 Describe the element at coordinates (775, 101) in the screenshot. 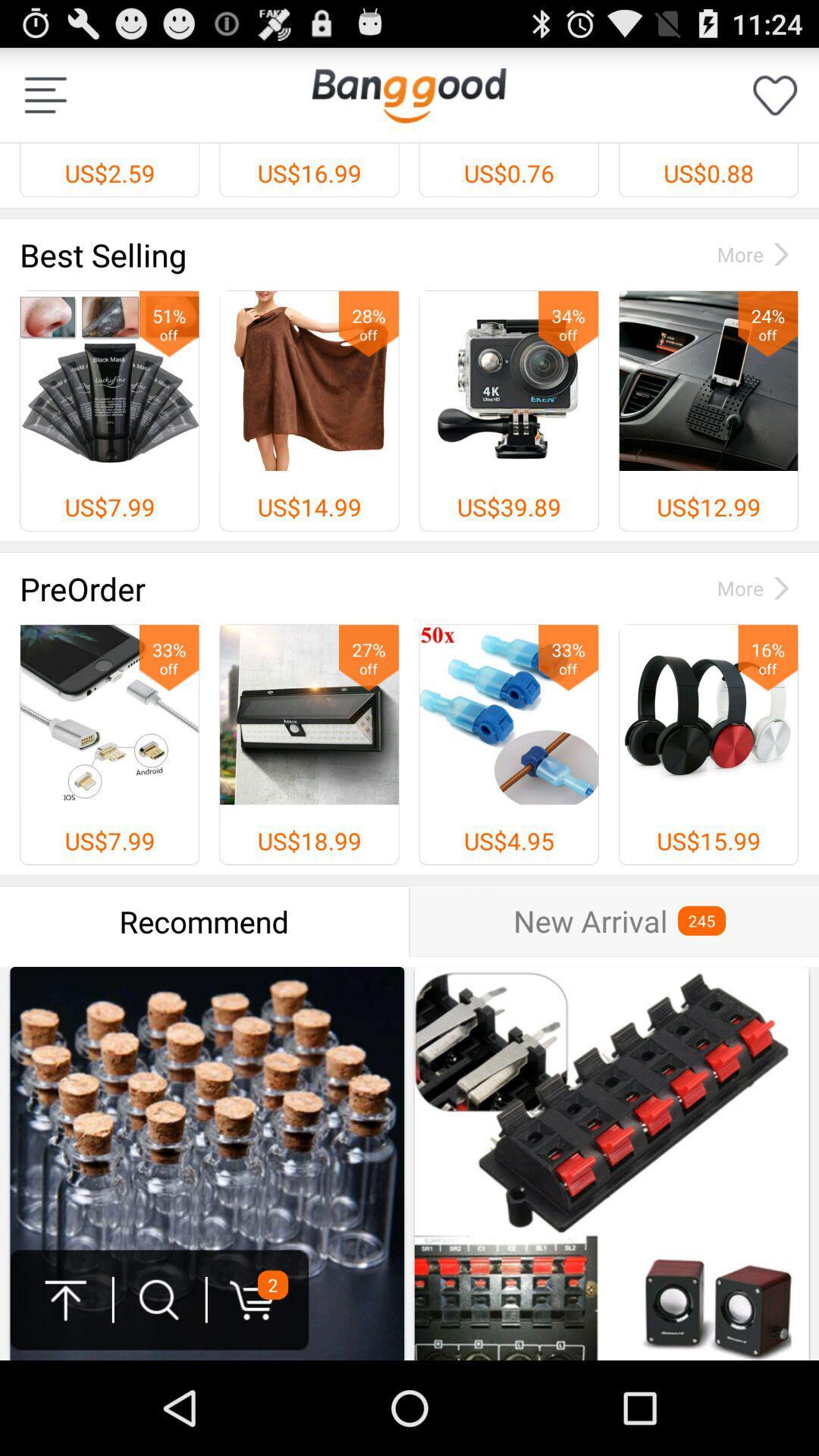

I see `the favorite icon` at that location.